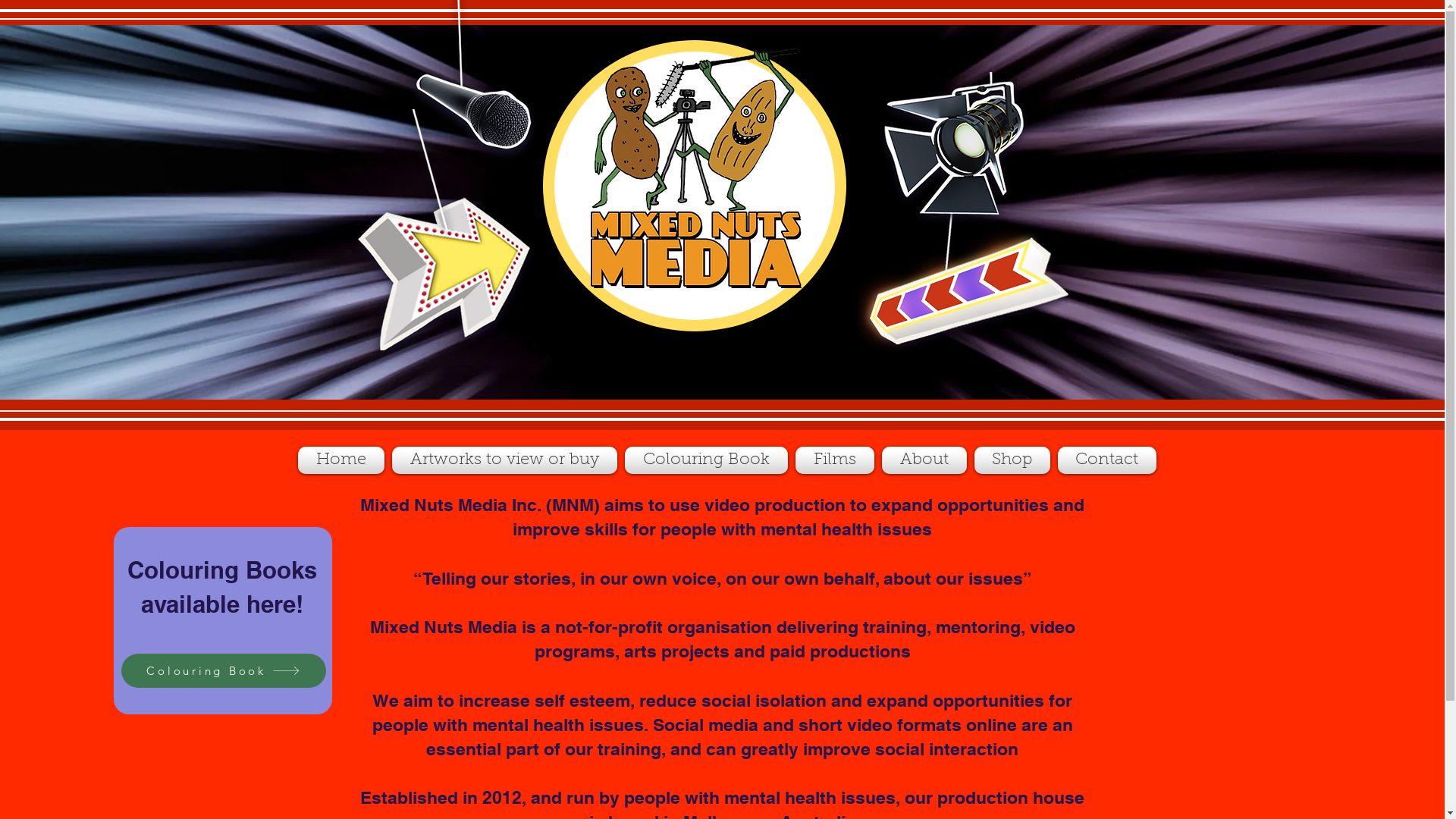  What do you see at coordinates (341, 459) in the screenshot?
I see `'Home'` at bounding box center [341, 459].